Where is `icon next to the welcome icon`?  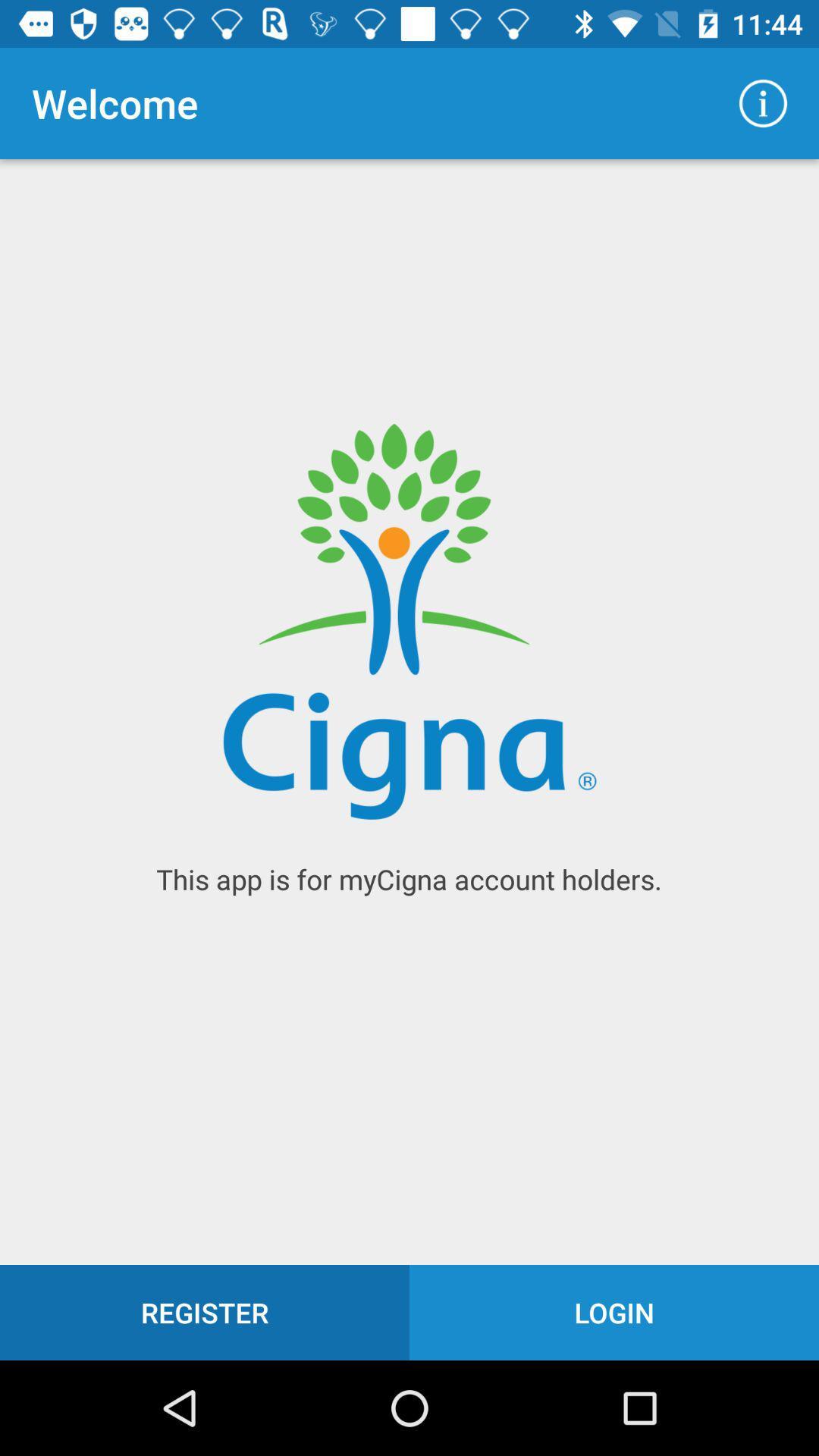 icon next to the welcome icon is located at coordinates (763, 102).